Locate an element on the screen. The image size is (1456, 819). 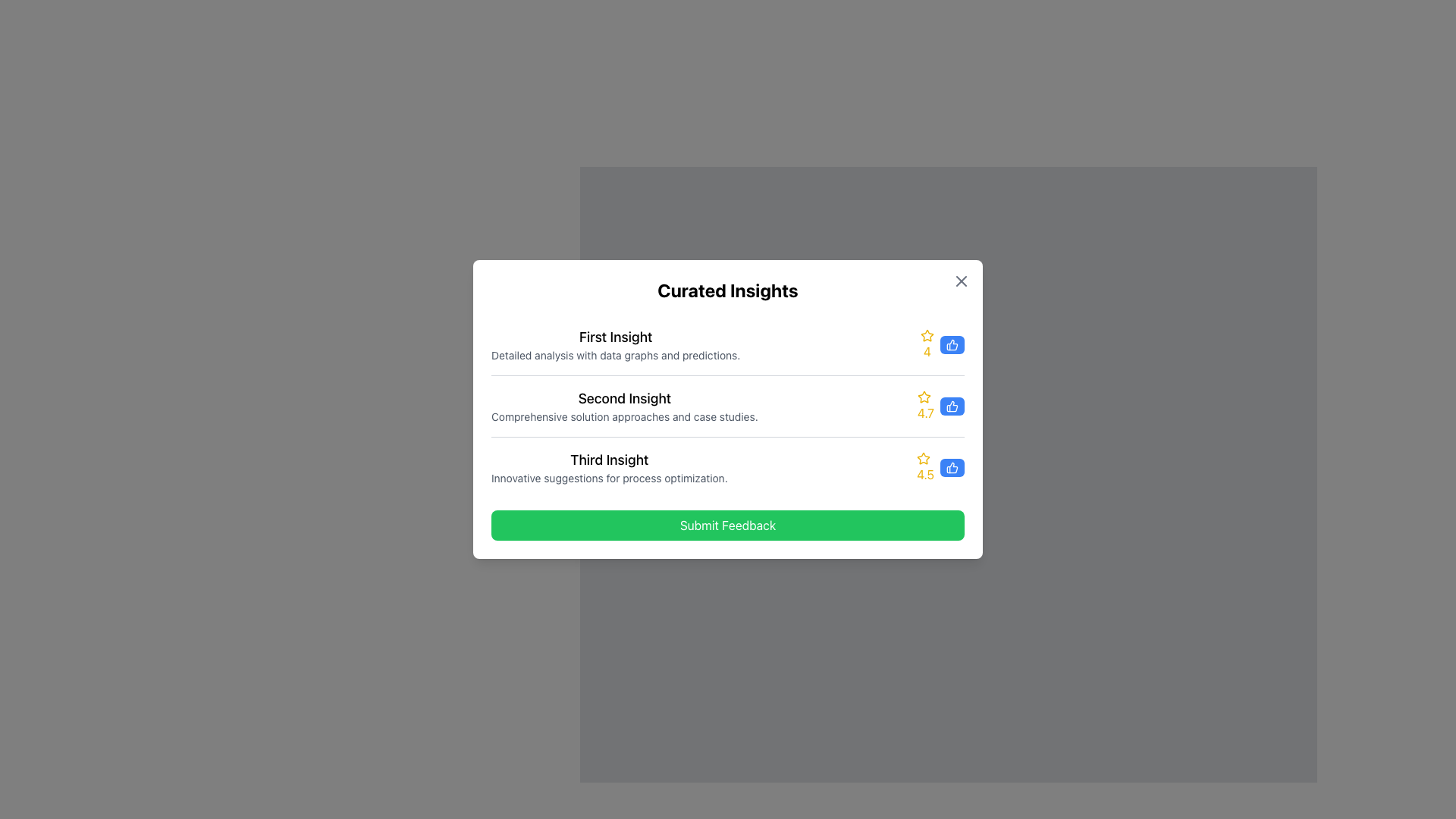
the Interactive Rating Component located to the right of the title 'Second Insight', which features a thumbs-up icon and is the second rating in the list of insights is located at coordinates (940, 406).